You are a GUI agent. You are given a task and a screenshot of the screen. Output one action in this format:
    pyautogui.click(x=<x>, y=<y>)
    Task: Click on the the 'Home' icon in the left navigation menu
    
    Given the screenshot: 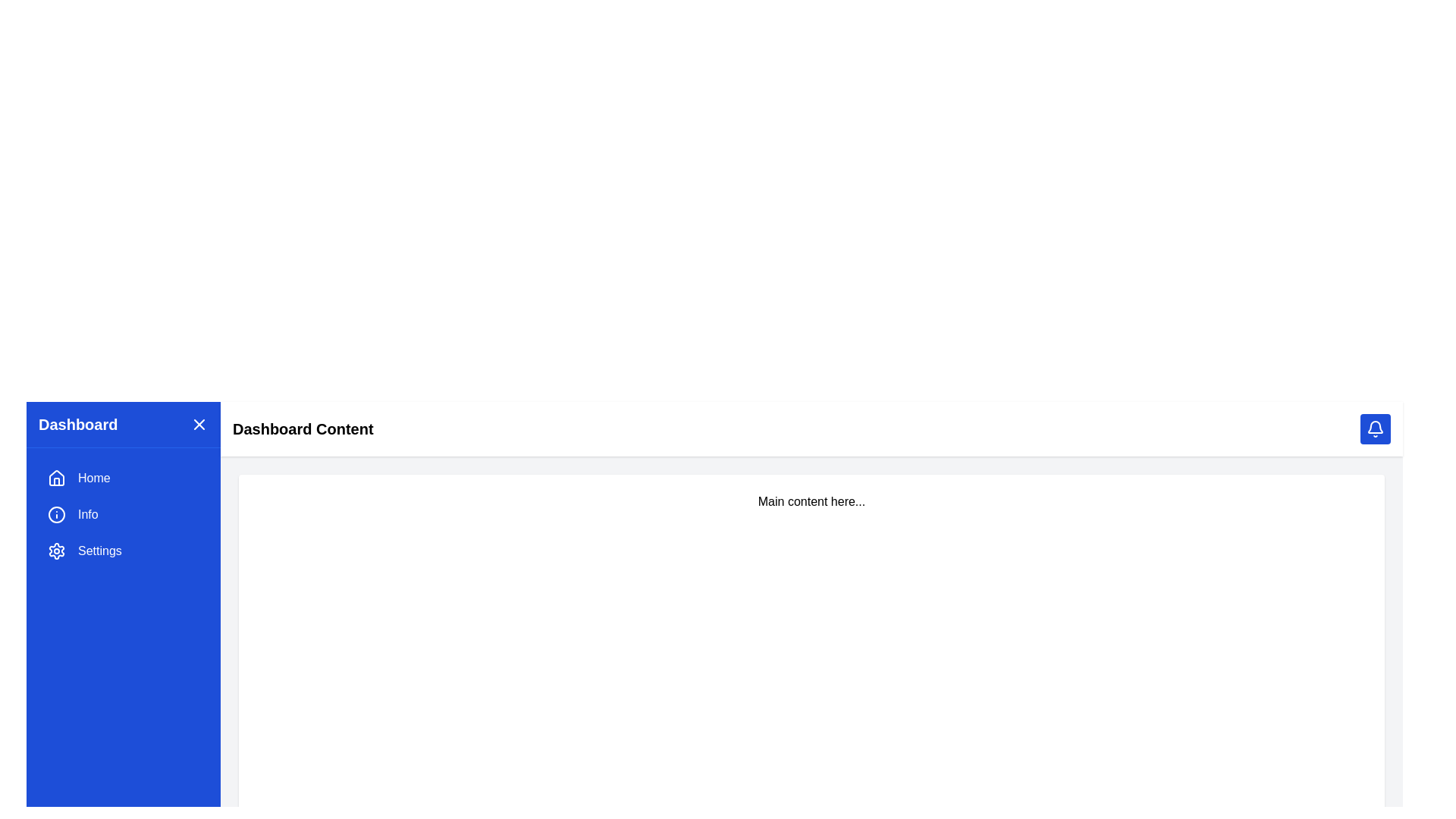 What is the action you would take?
    pyautogui.click(x=57, y=479)
    